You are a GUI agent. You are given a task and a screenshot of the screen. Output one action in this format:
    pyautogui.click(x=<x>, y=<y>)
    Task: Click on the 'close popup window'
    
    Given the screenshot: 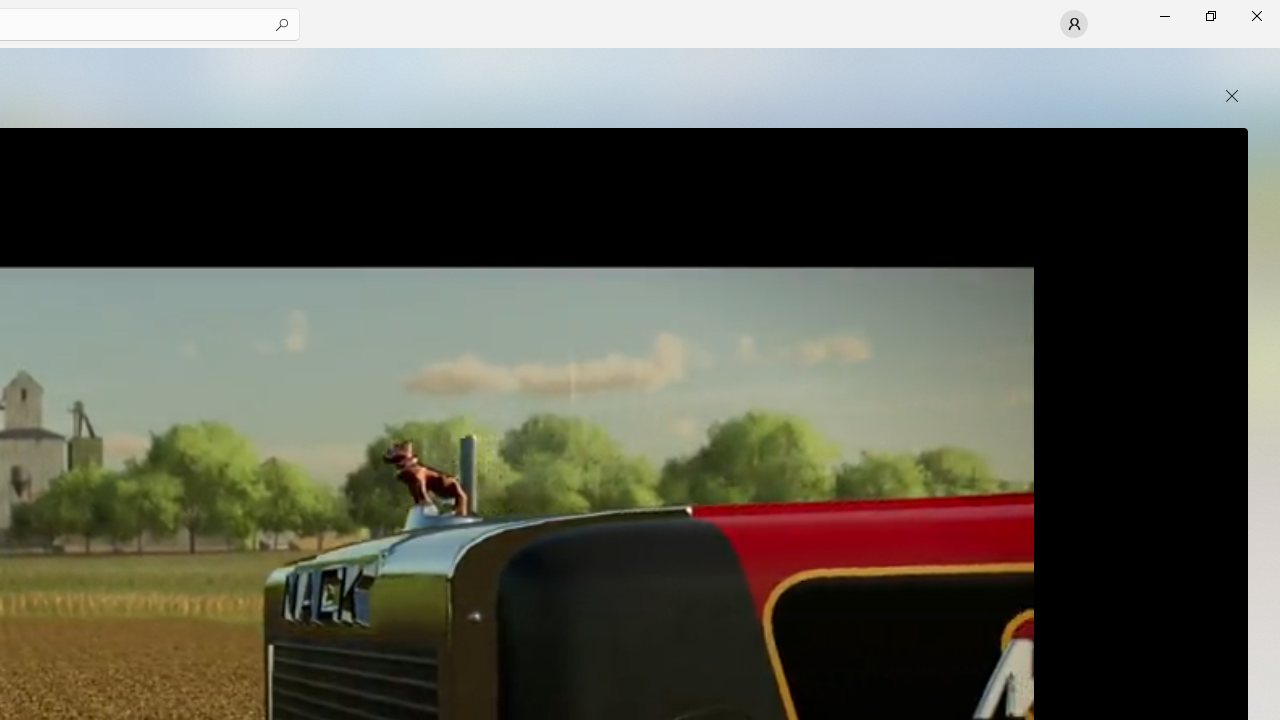 What is the action you would take?
    pyautogui.click(x=1231, y=96)
    